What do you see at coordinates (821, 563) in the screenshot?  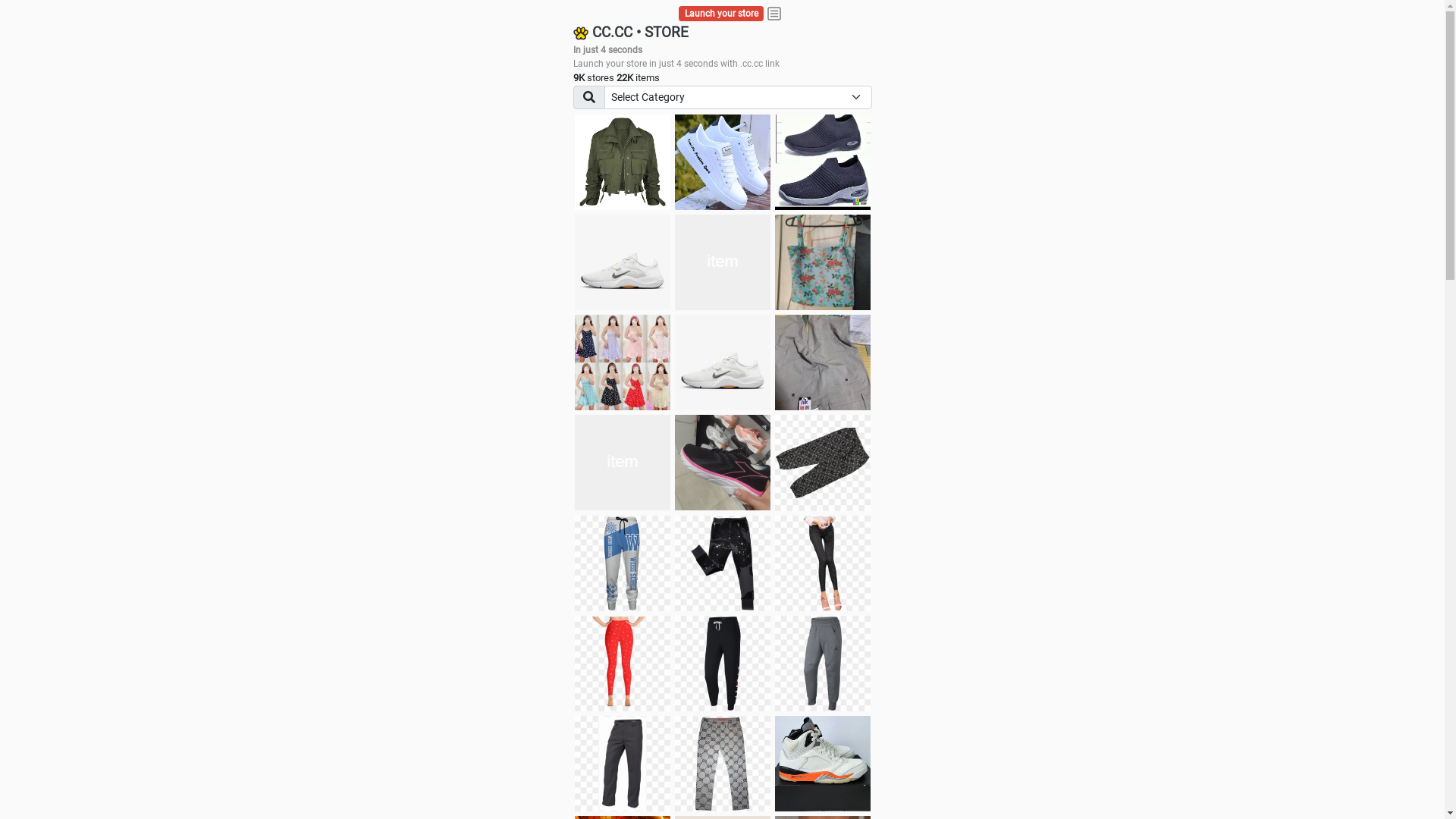 I see `'Pant'` at bounding box center [821, 563].